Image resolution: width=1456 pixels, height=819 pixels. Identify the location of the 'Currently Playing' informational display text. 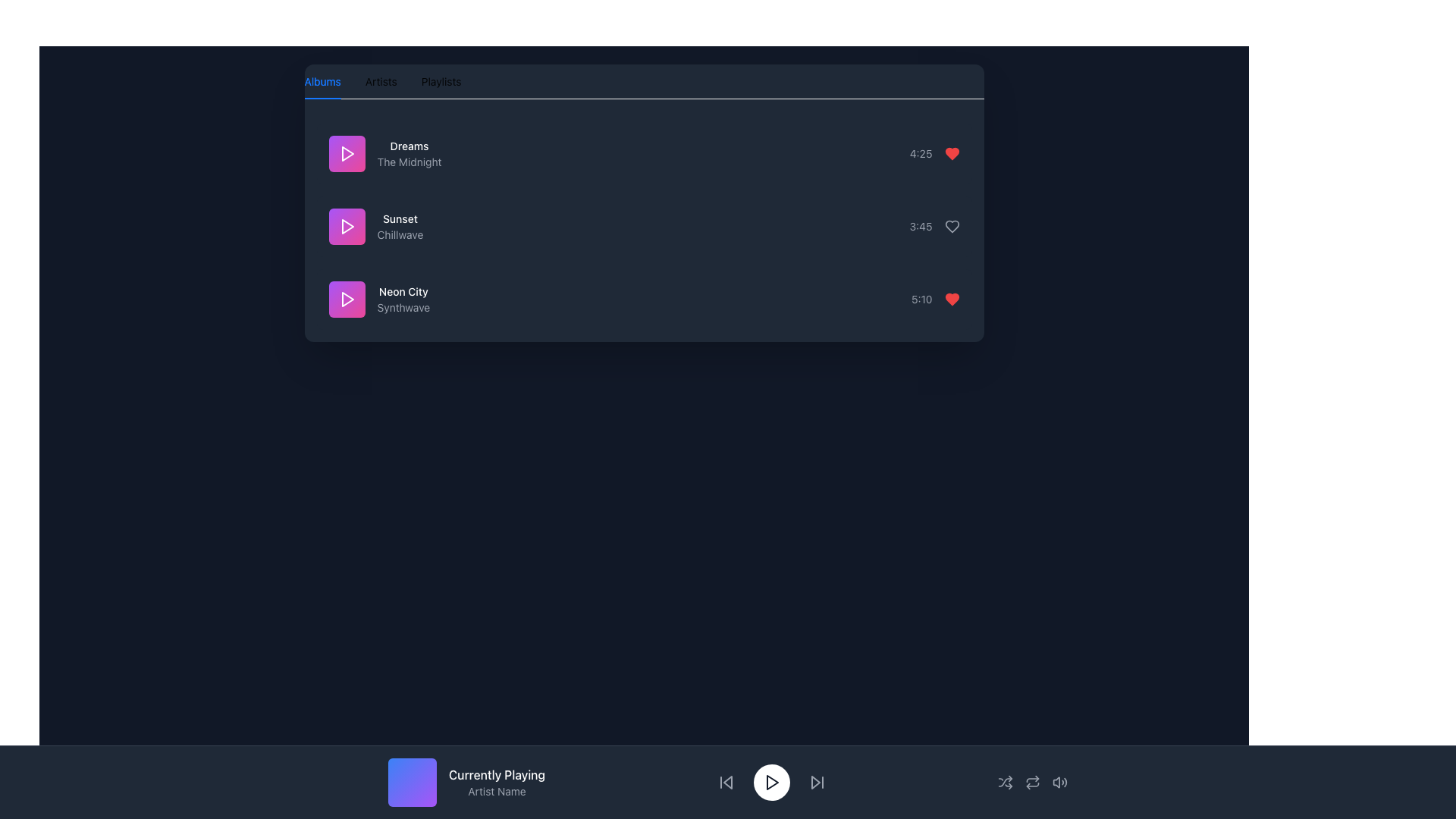
(466, 783).